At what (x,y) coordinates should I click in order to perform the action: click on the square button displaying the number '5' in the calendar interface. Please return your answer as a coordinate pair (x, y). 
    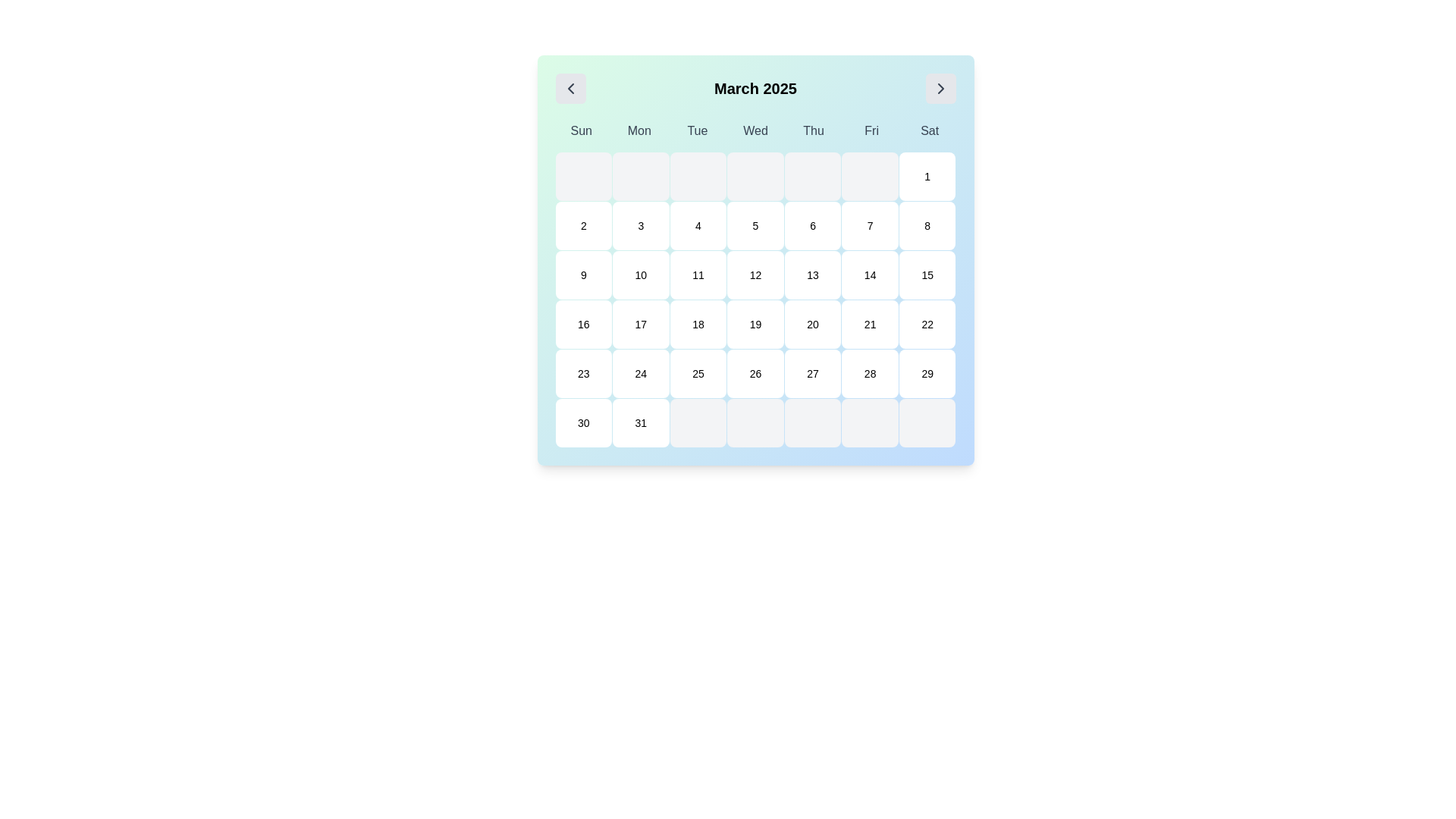
    Looking at the image, I should click on (755, 225).